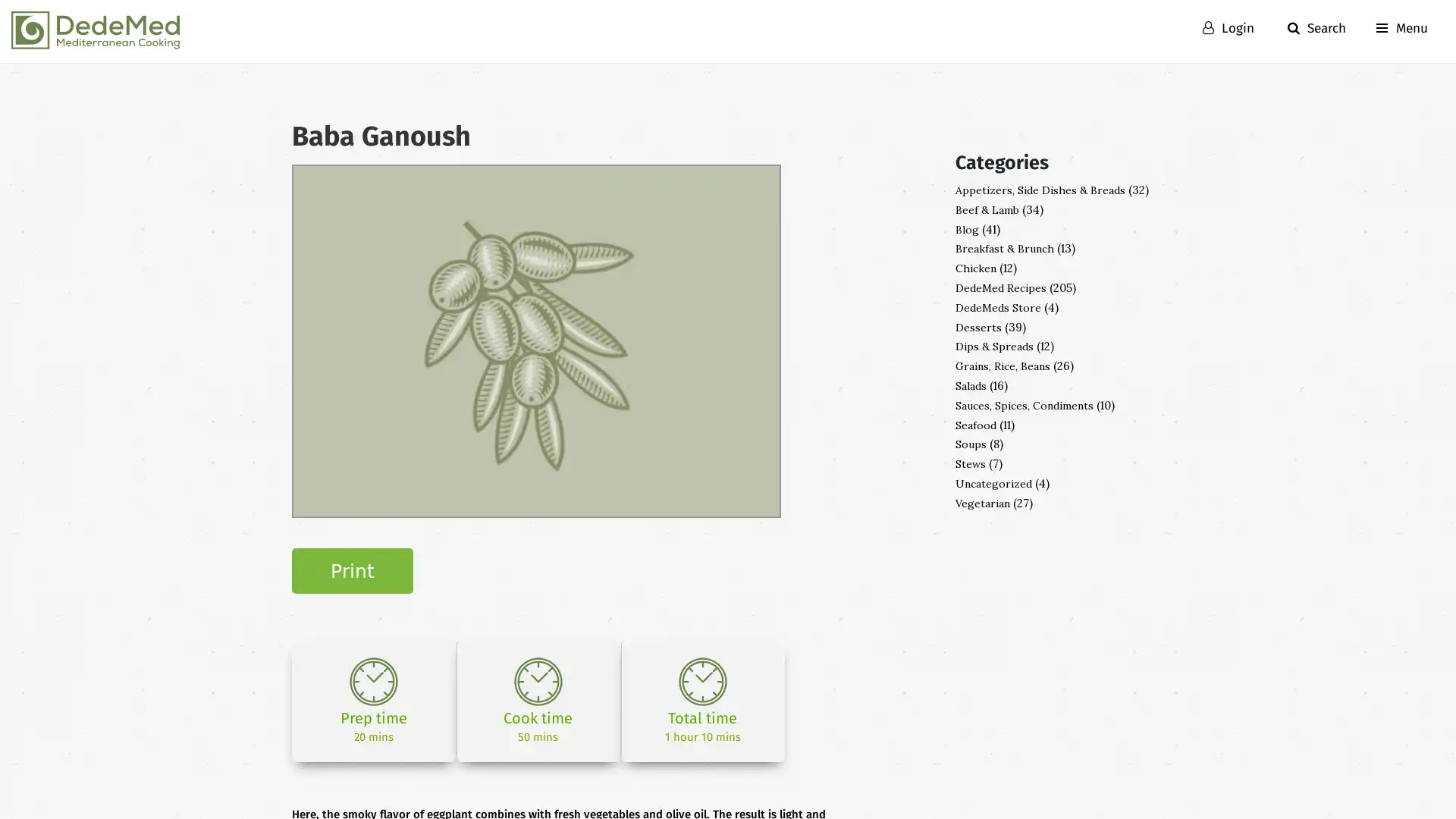  I want to click on Print, so click(352, 570).